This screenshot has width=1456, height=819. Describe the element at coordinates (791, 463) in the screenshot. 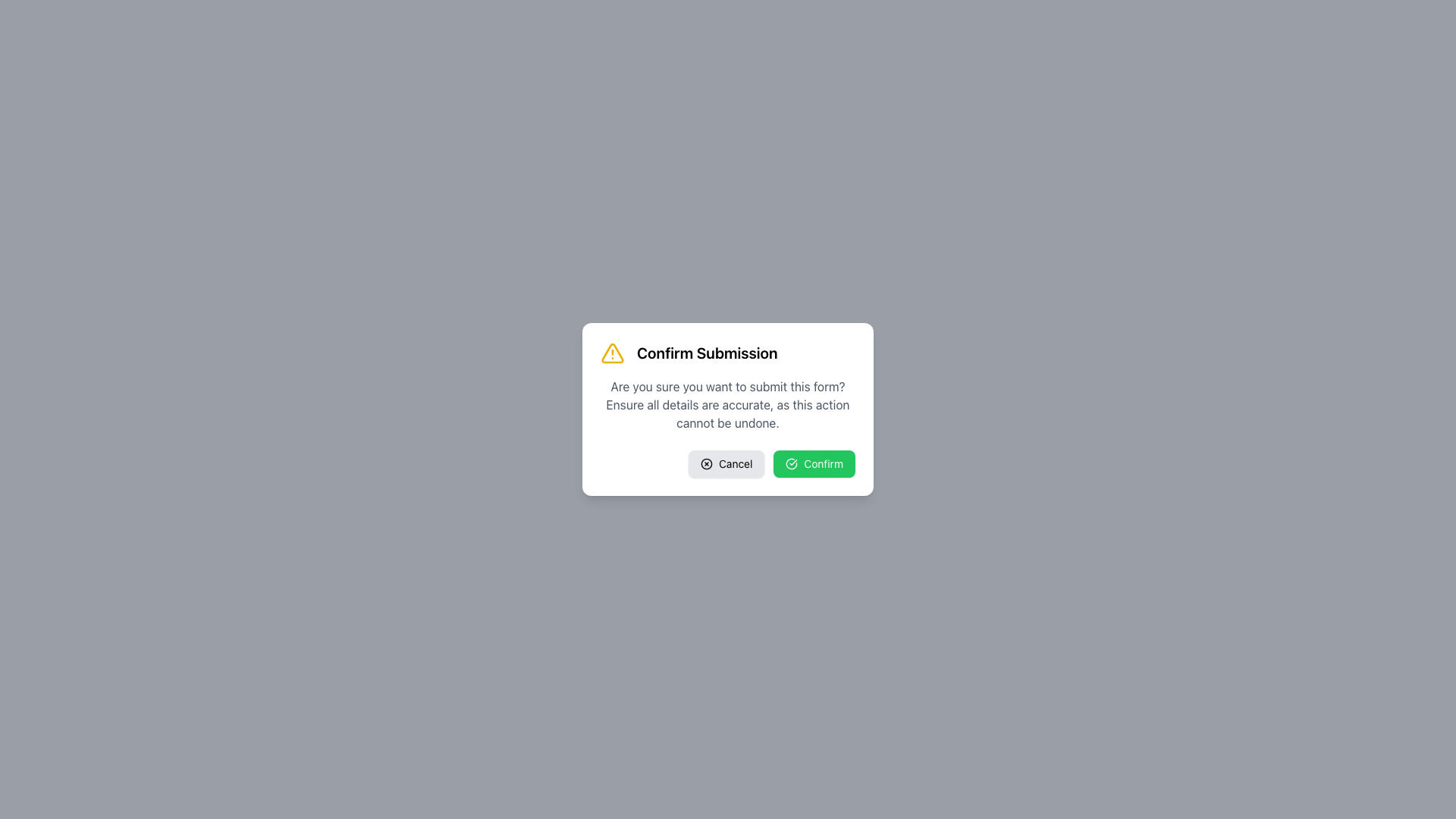

I see `the green circular checkmark icon located on the left side of the 'Confirm' button in the confirmation dialog box` at that location.